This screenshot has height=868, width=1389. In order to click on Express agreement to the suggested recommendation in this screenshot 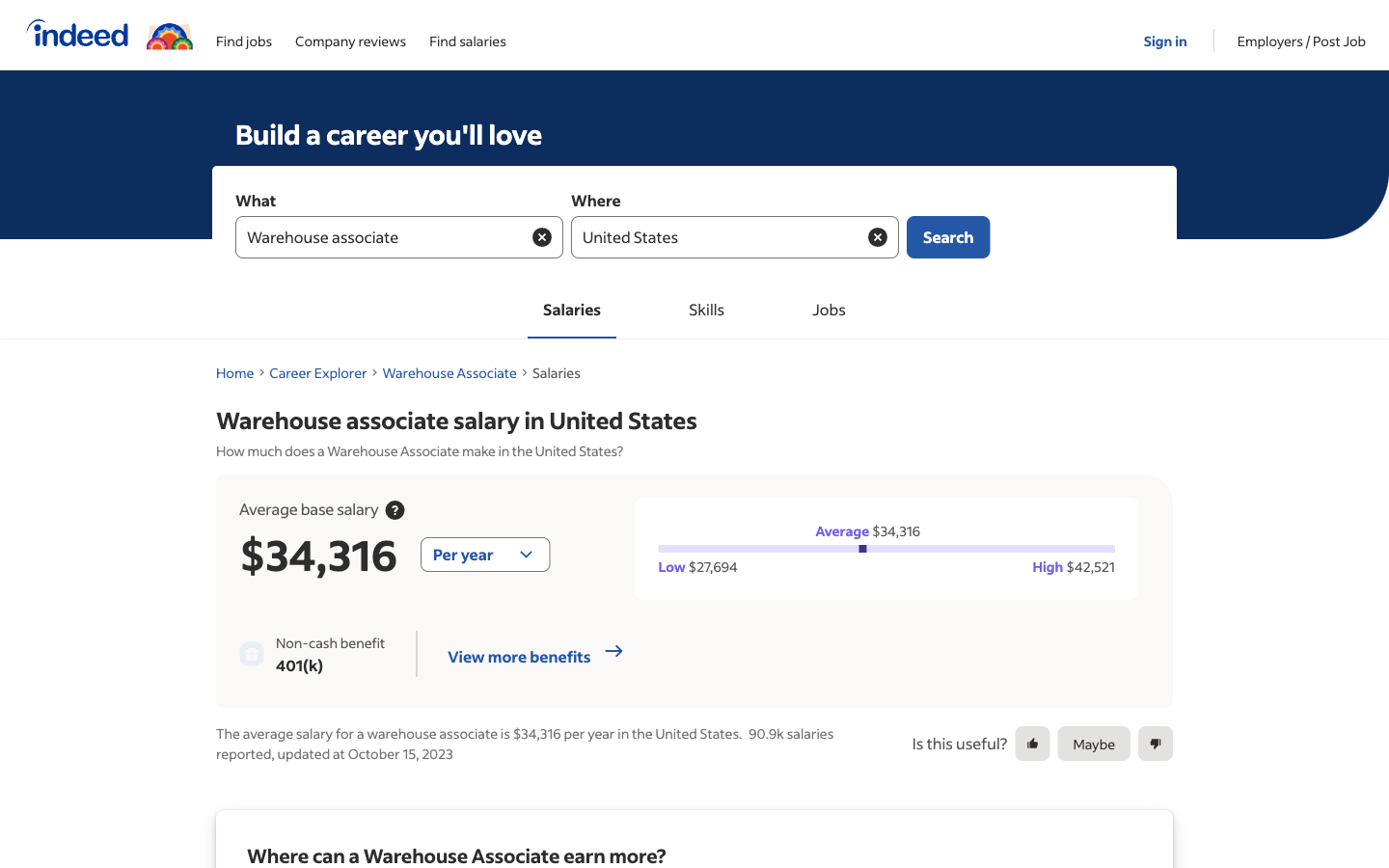, I will do `click(1032, 743)`.